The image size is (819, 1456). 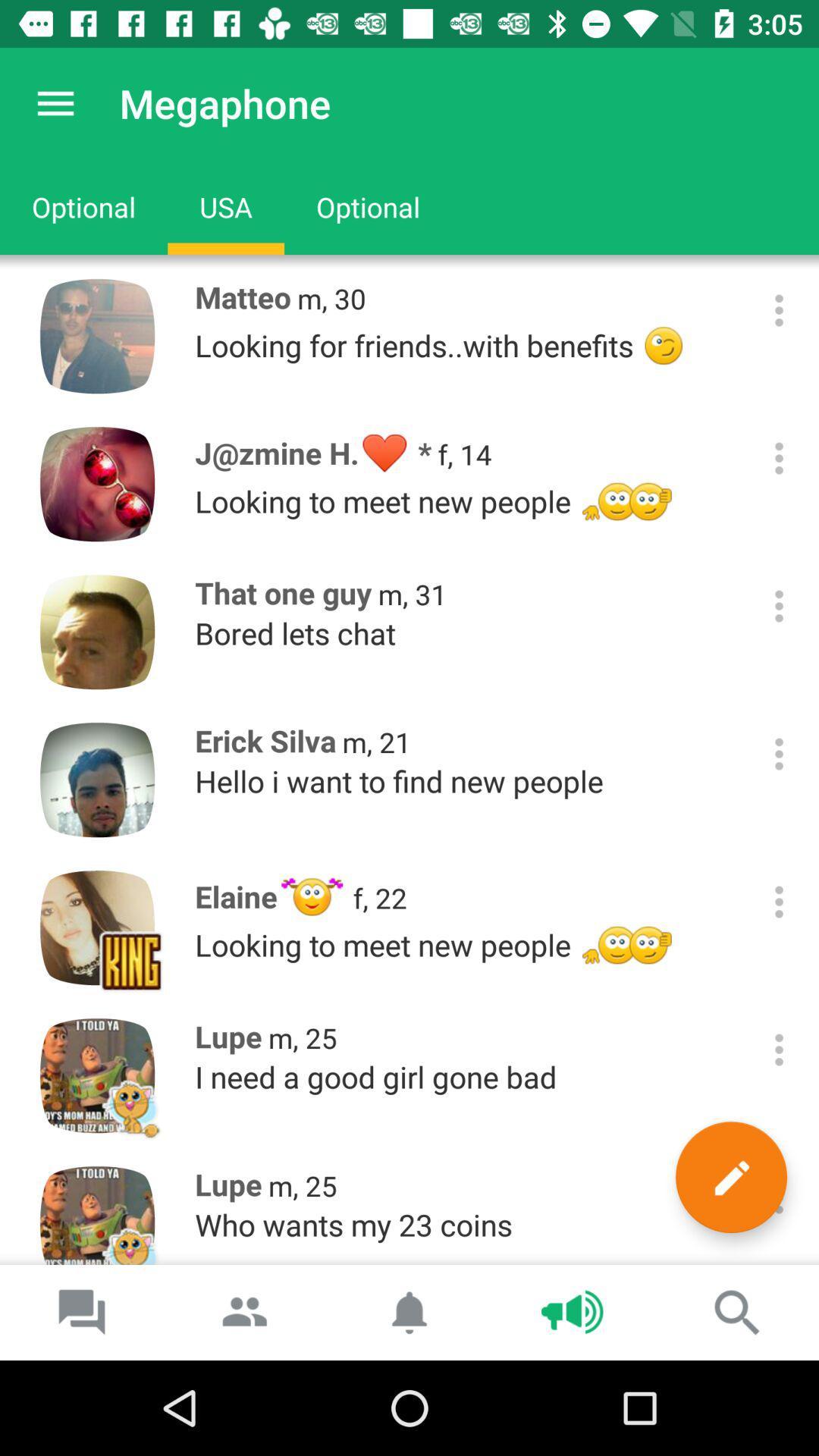 What do you see at coordinates (730, 1176) in the screenshot?
I see `the icon to the right of m, 25 item` at bounding box center [730, 1176].